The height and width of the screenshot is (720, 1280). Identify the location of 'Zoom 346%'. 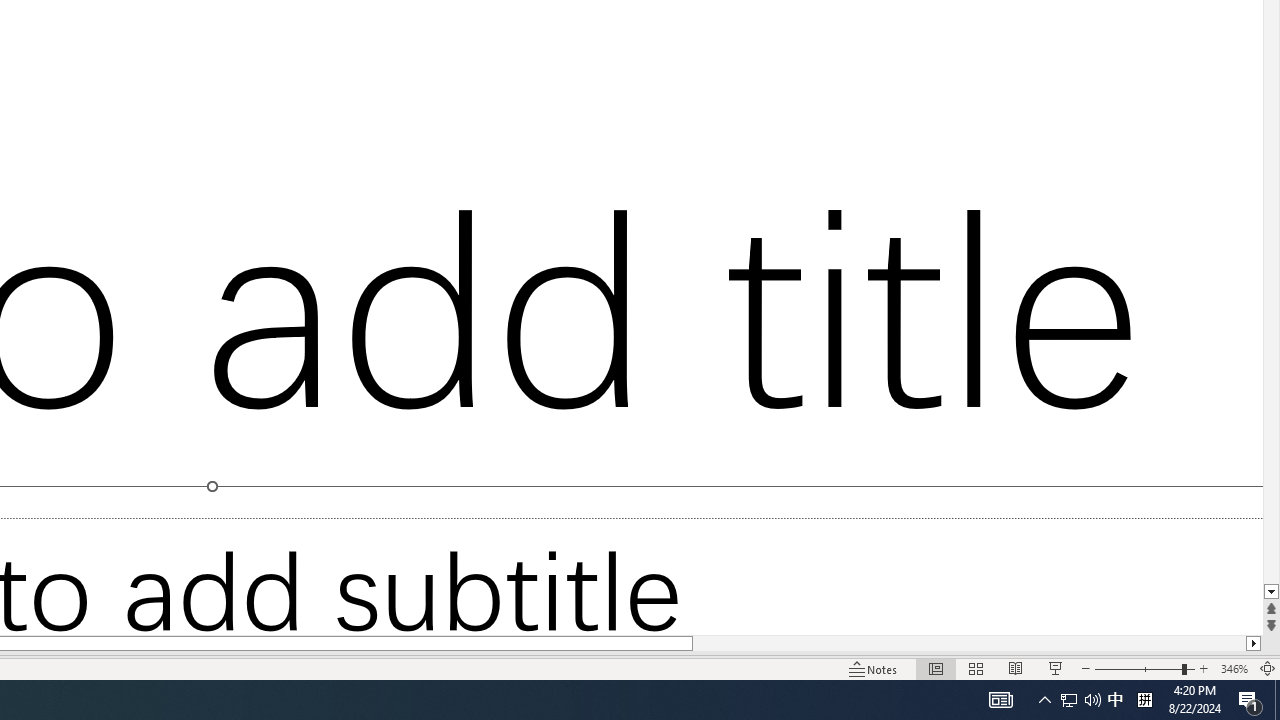
(1233, 669).